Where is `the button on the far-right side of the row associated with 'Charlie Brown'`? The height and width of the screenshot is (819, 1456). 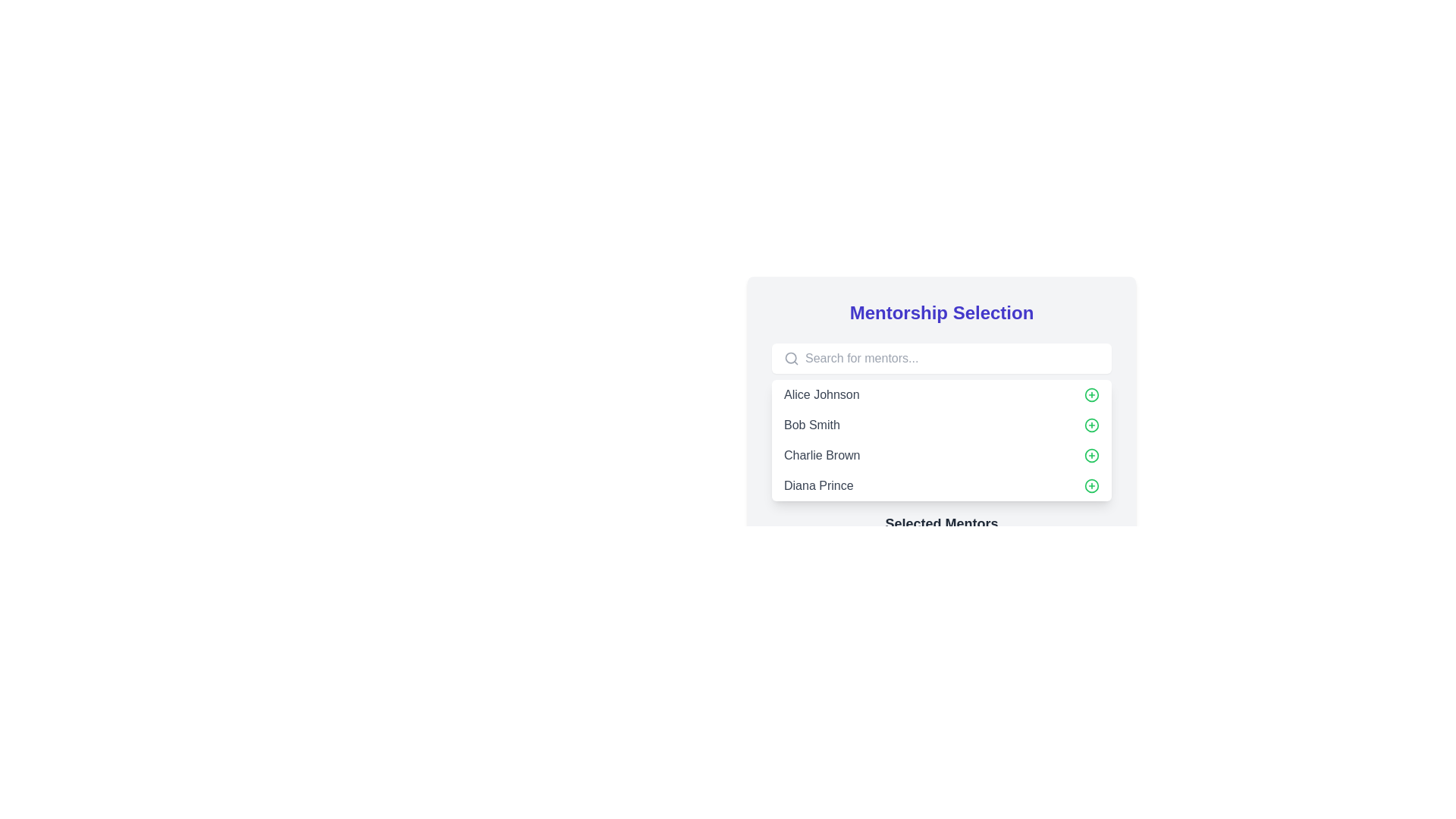 the button on the far-right side of the row associated with 'Charlie Brown' is located at coordinates (1092, 455).